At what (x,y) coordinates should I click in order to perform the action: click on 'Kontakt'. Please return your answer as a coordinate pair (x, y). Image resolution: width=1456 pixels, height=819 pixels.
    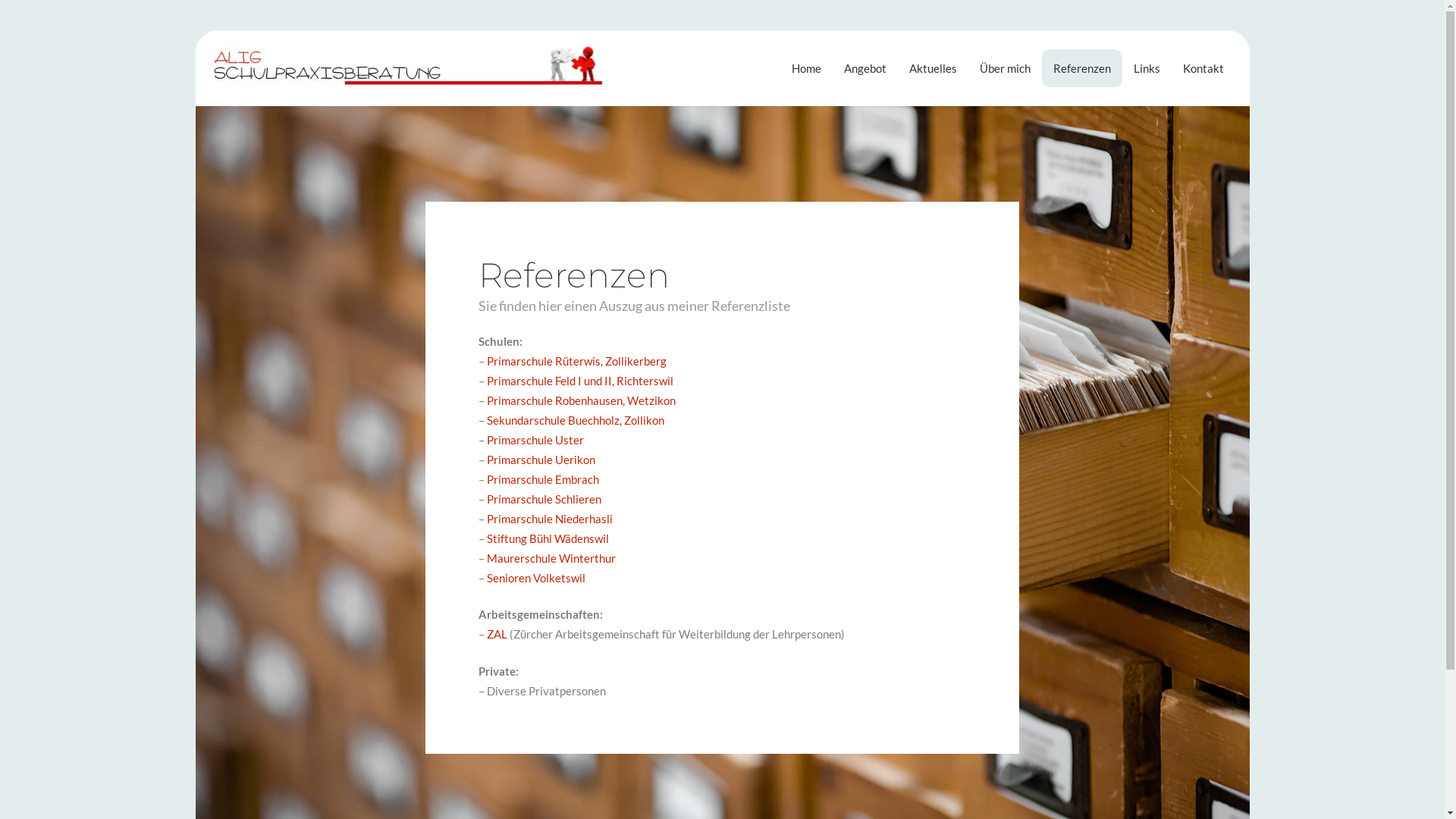
    Looking at the image, I should click on (1203, 67).